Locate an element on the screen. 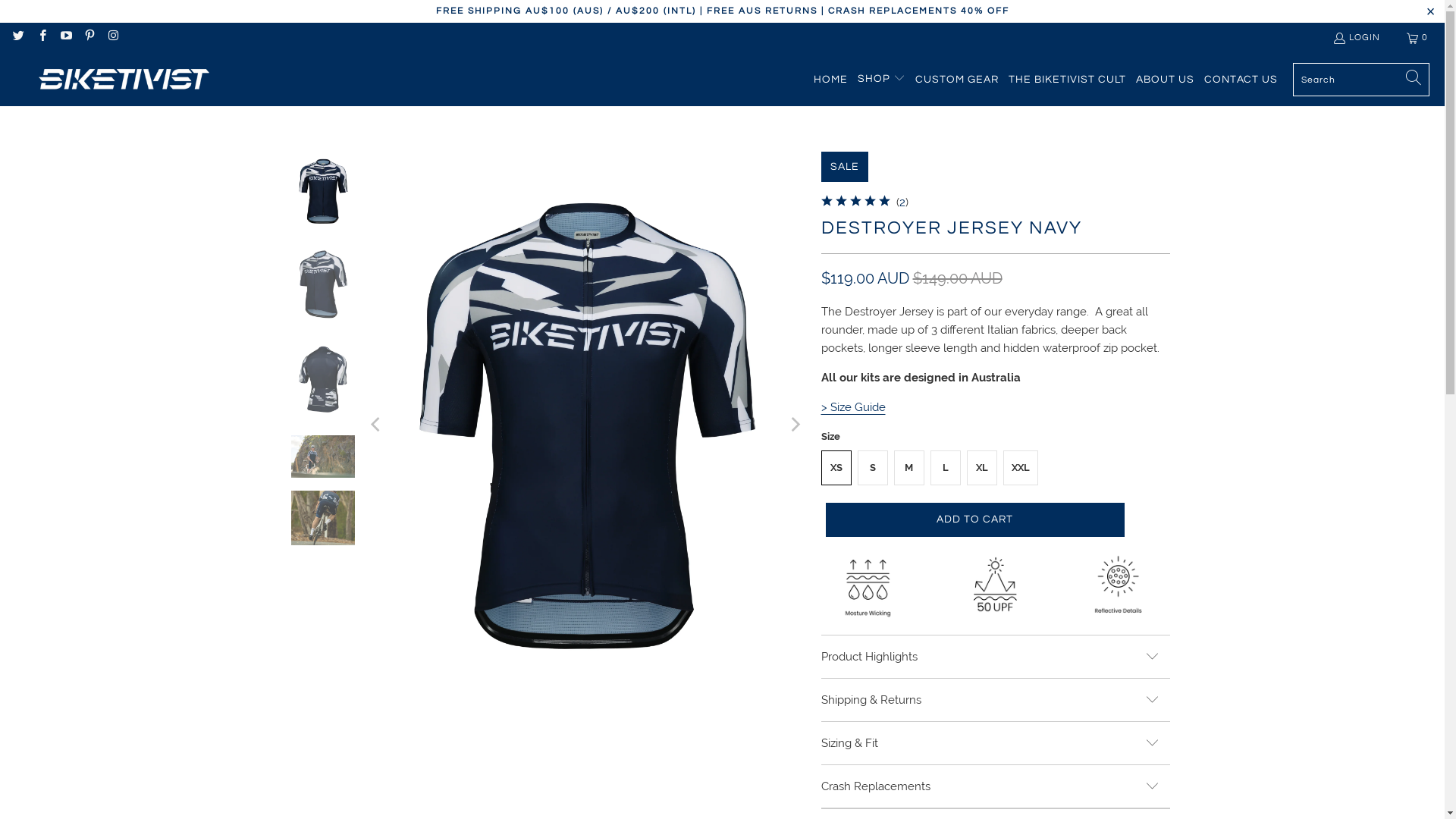 This screenshot has width=1456, height=819. '> Size Guide' is located at coordinates (852, 406).